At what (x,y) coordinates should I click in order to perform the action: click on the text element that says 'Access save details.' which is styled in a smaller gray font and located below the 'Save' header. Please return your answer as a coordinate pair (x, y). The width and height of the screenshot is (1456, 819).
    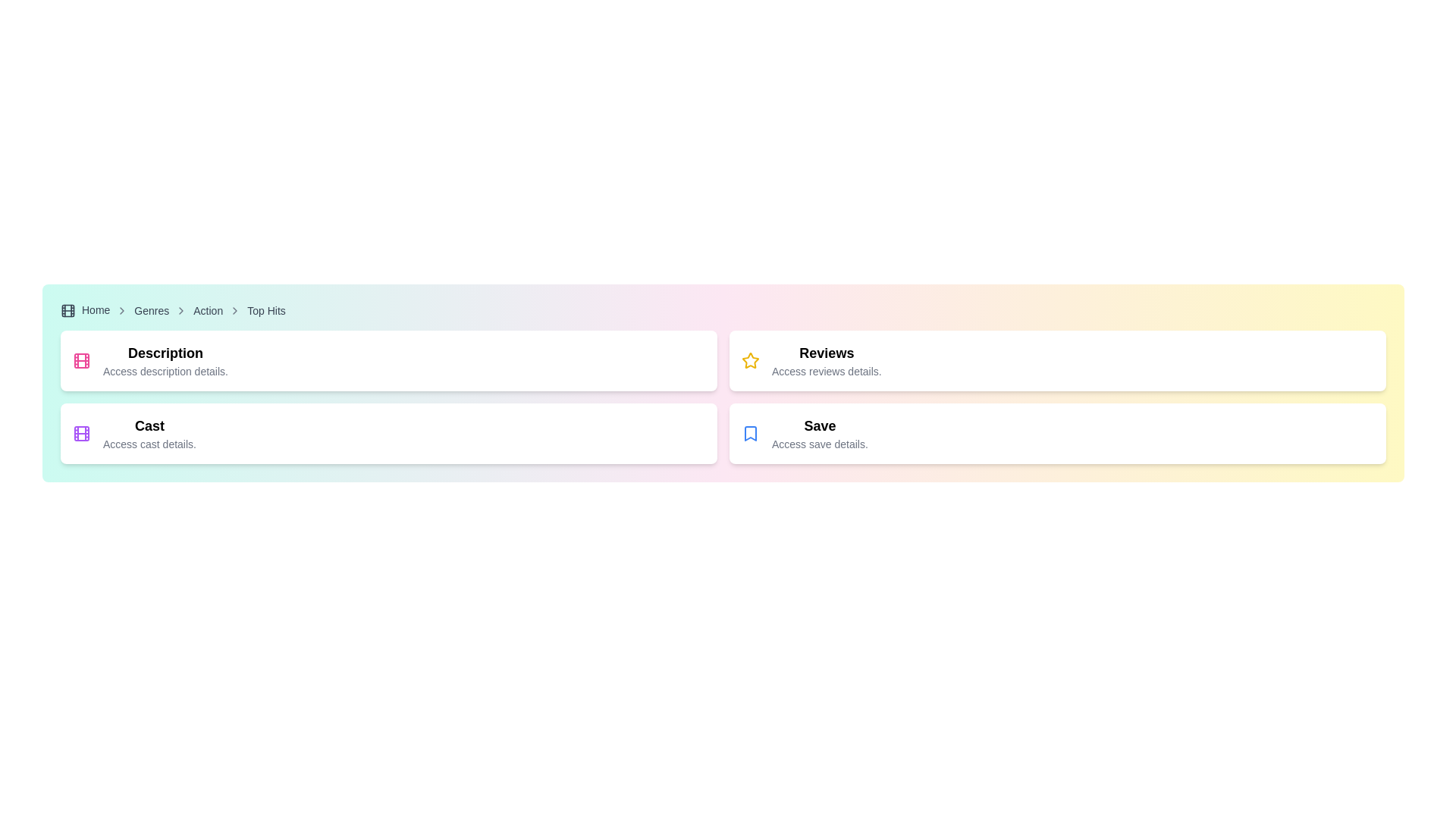
    Looking at the image, I should click on (819, 444).